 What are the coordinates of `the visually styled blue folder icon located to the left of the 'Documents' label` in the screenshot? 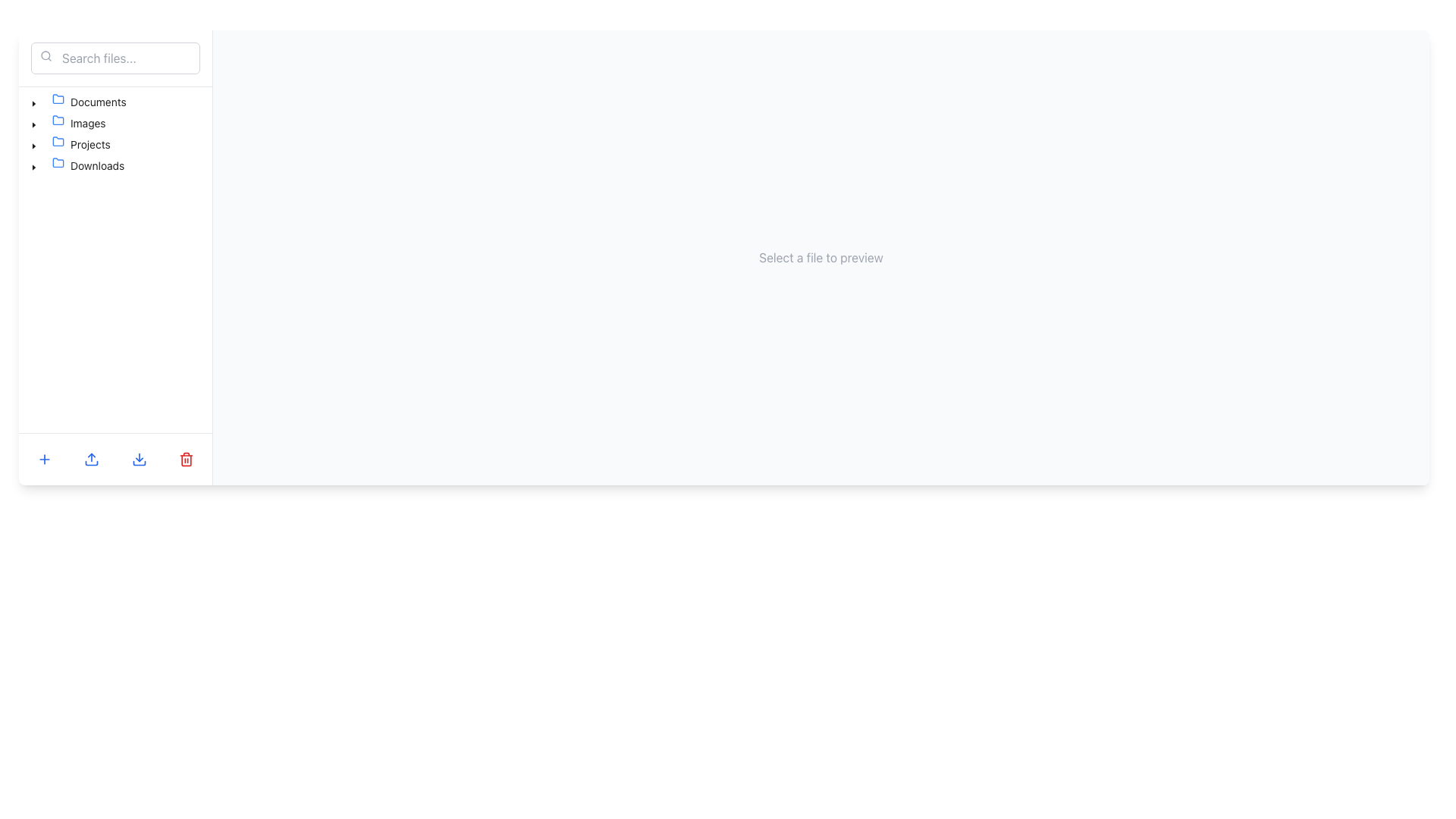 It's located at (61, 102).